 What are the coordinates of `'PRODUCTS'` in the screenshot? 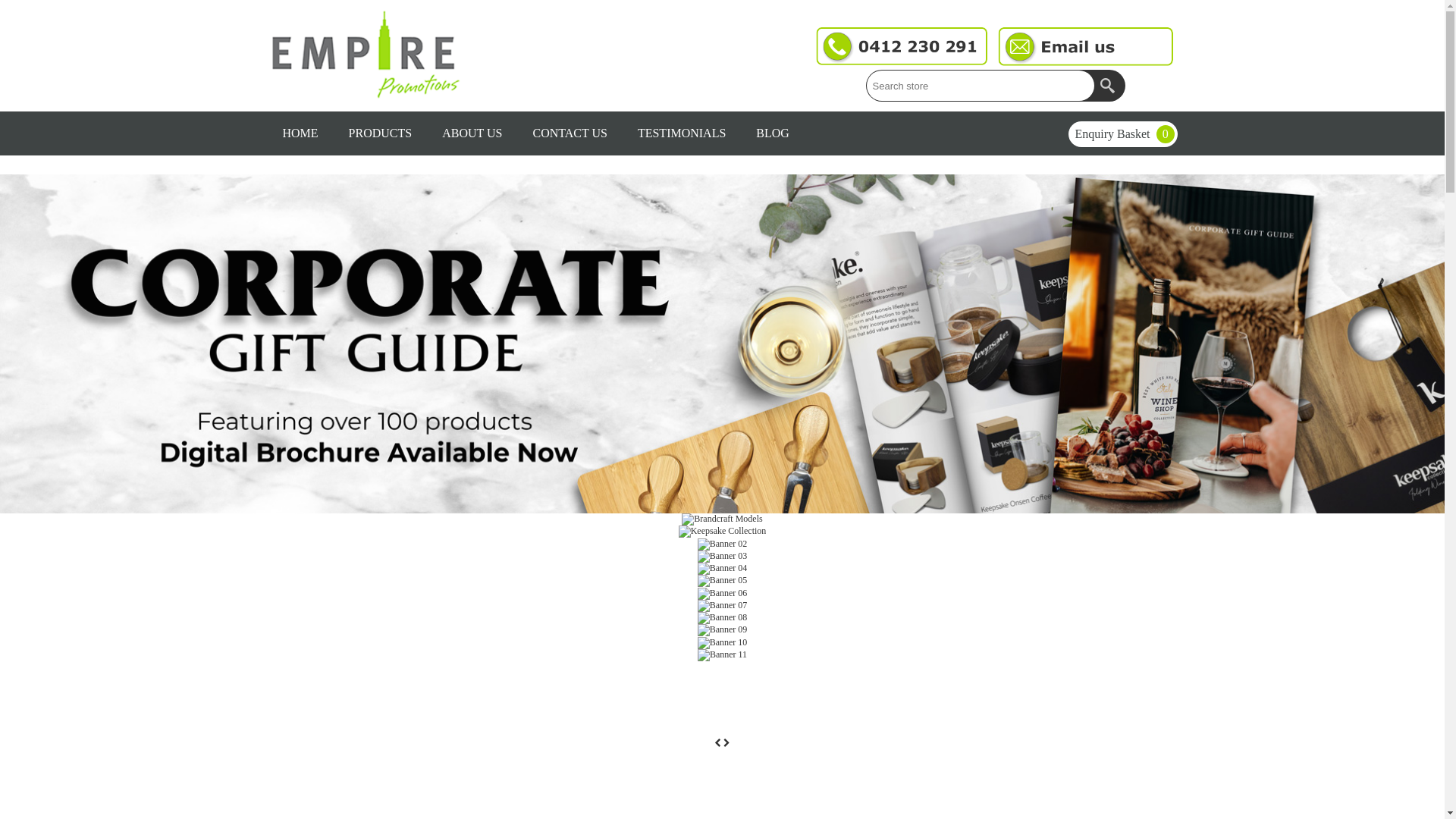 It's located at (333, 133).